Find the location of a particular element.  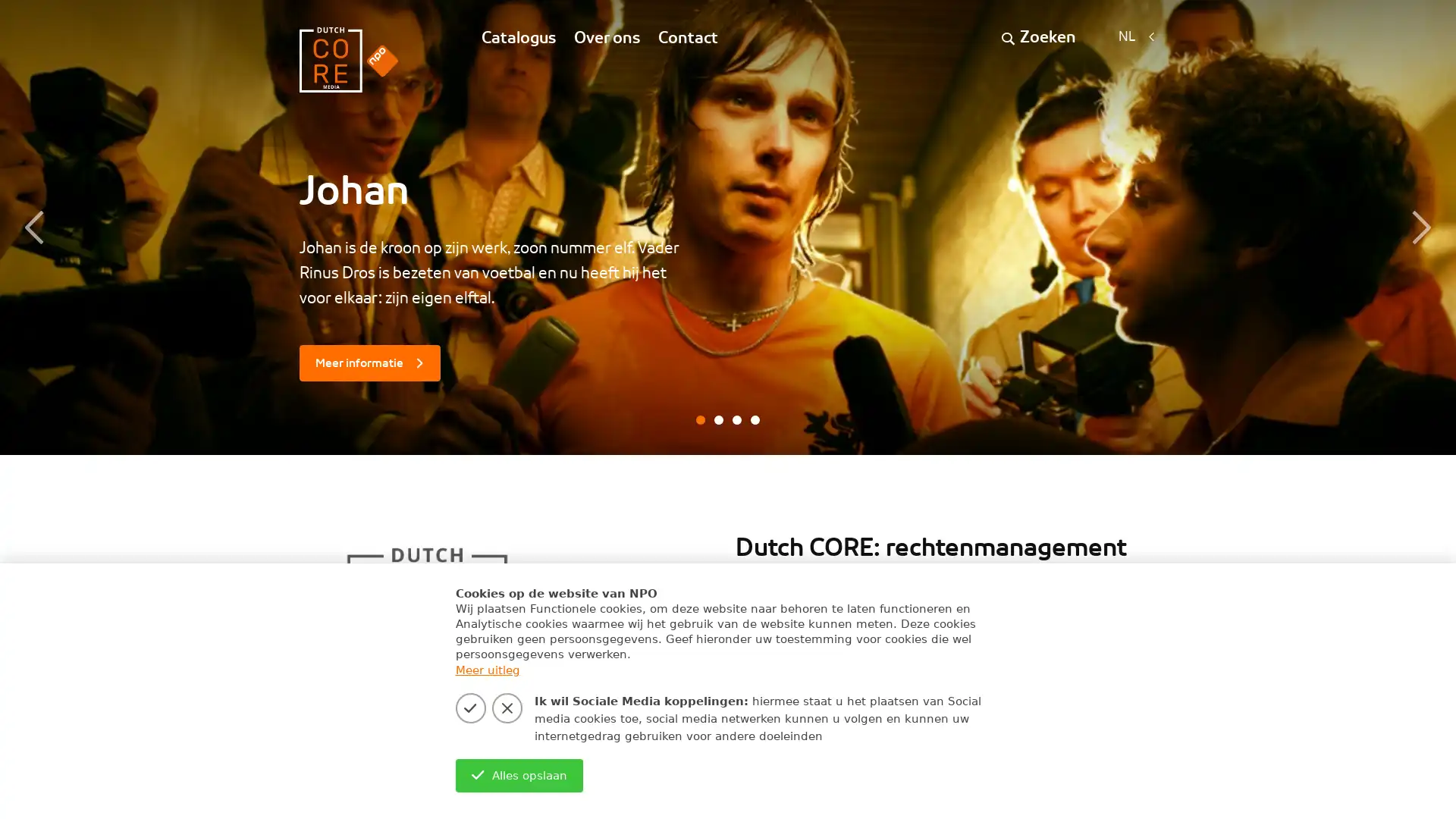

Alles opslaan is located at coordinates (519, 775).